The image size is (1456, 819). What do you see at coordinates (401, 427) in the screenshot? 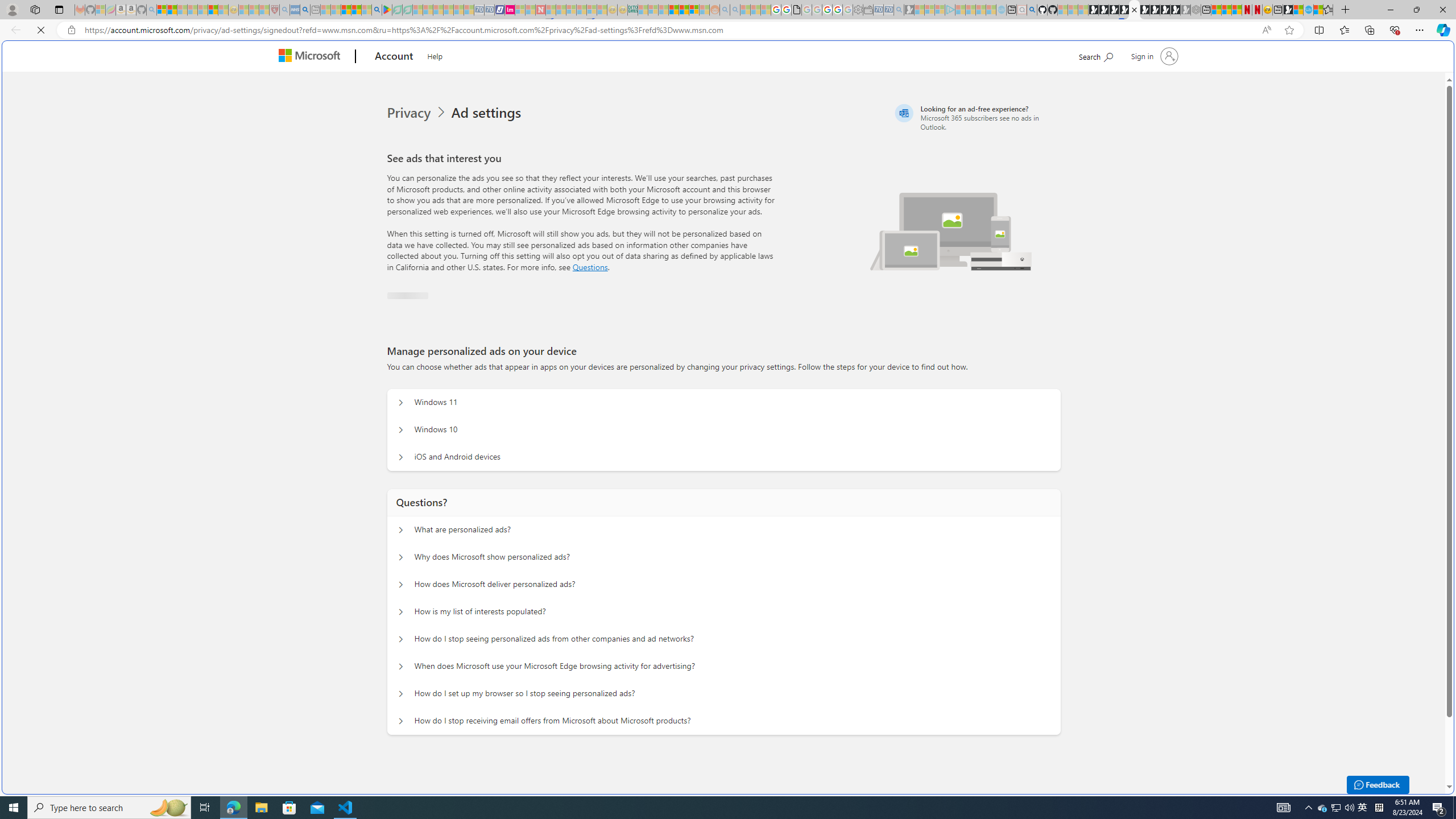
I see `'Manage personalized ads on your device Windows 10'` at bounding box center [401, 427].